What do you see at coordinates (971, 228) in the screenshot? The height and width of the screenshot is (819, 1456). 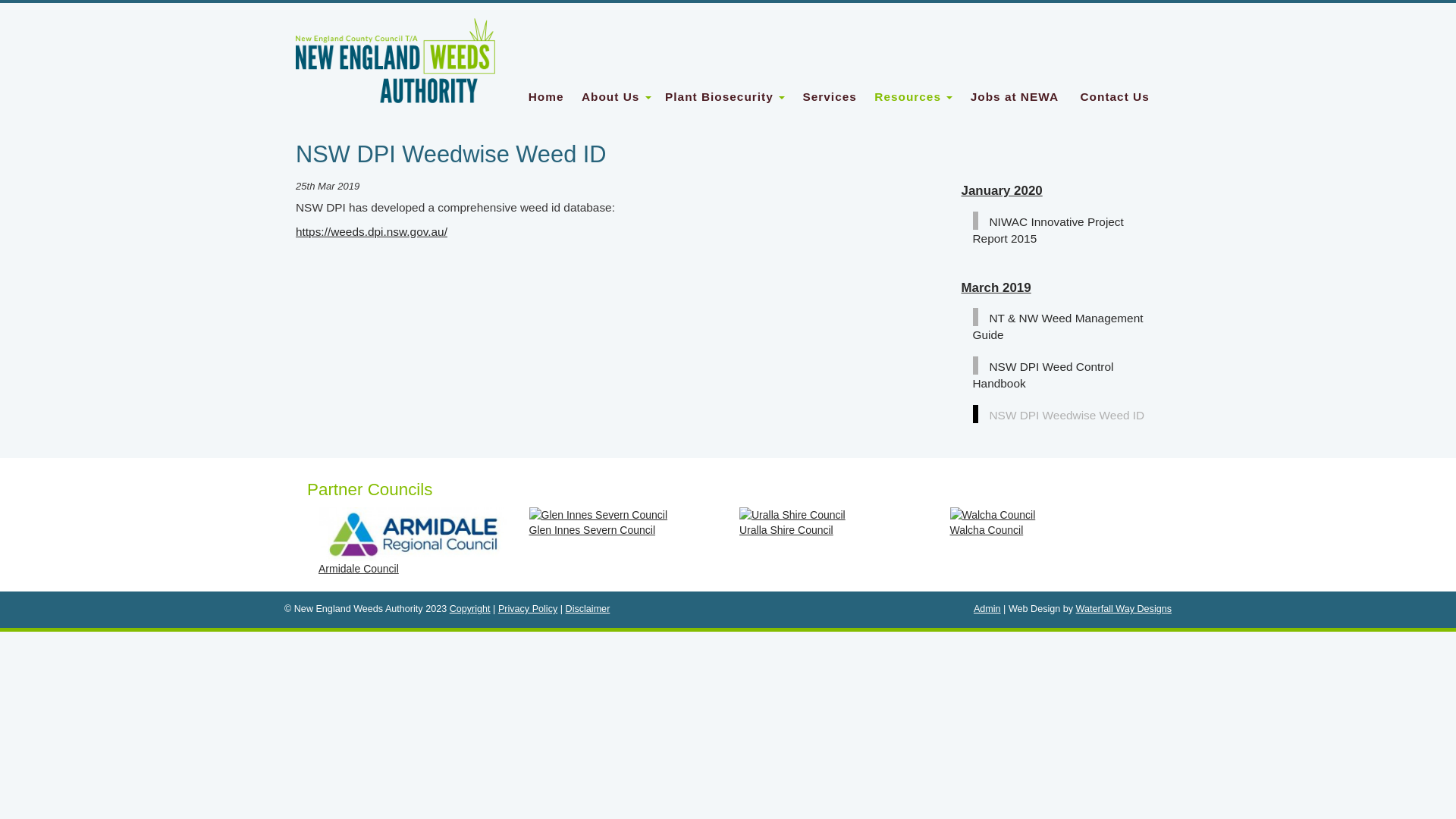 I see `'NIWAC Innovative Project Report 2015'` at bounding box center [971, 228].